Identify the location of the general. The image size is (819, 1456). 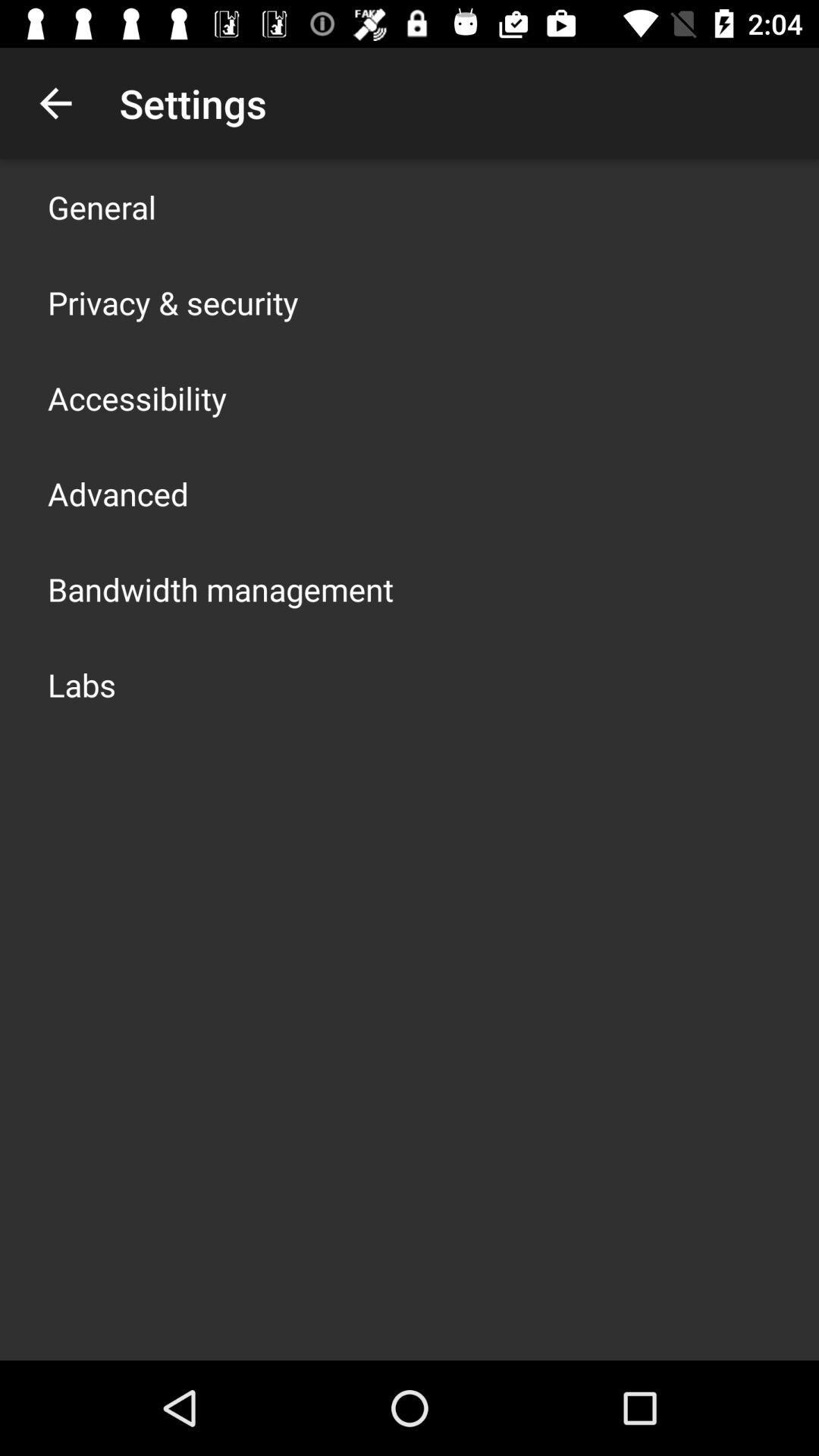
(102, 206).